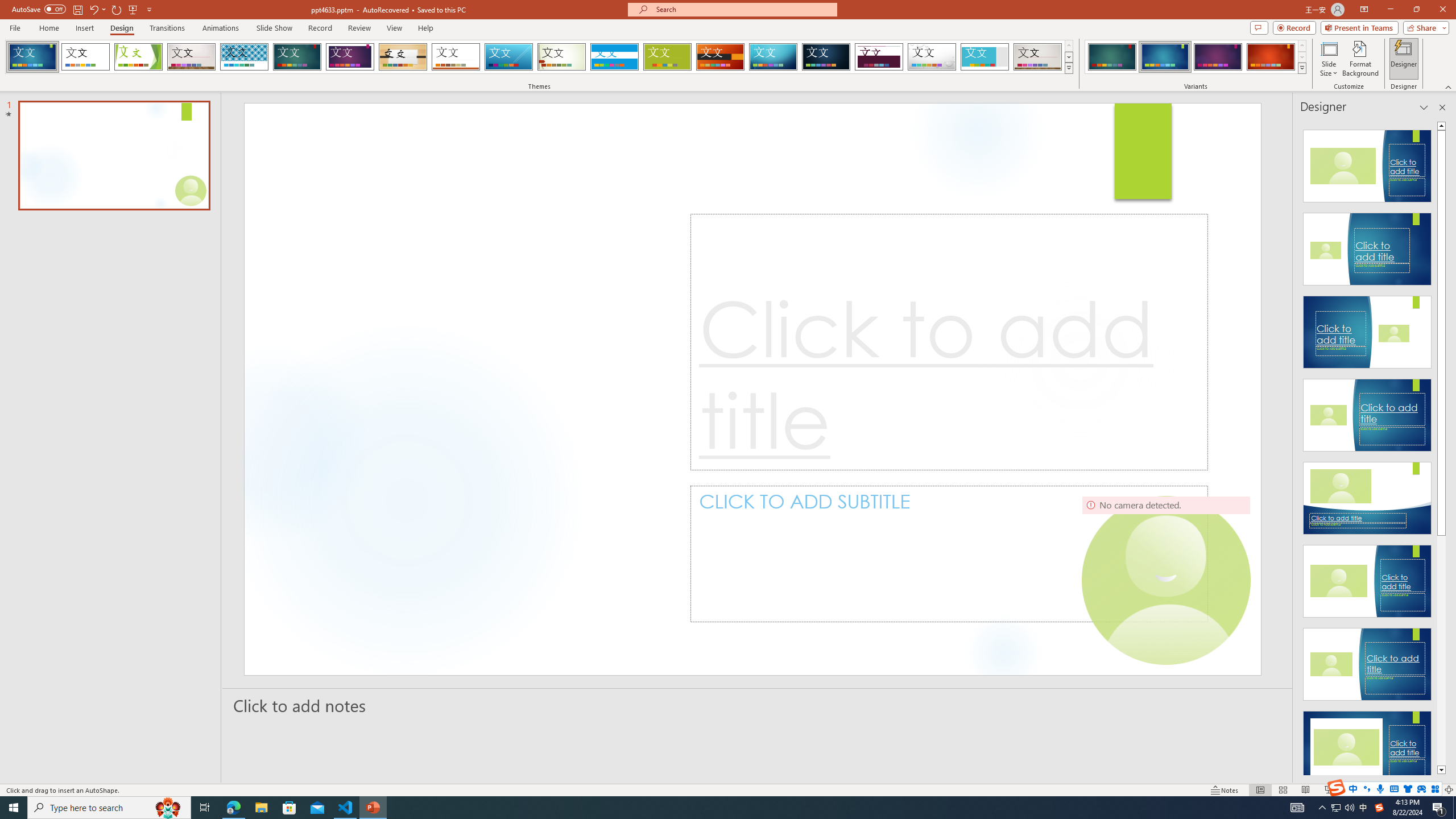 This screenshot has width=1456, height=819. What do you see at coordinates (84, 28) in the screenshot?
I see `'Insert'` at bounding box center [84, 28].